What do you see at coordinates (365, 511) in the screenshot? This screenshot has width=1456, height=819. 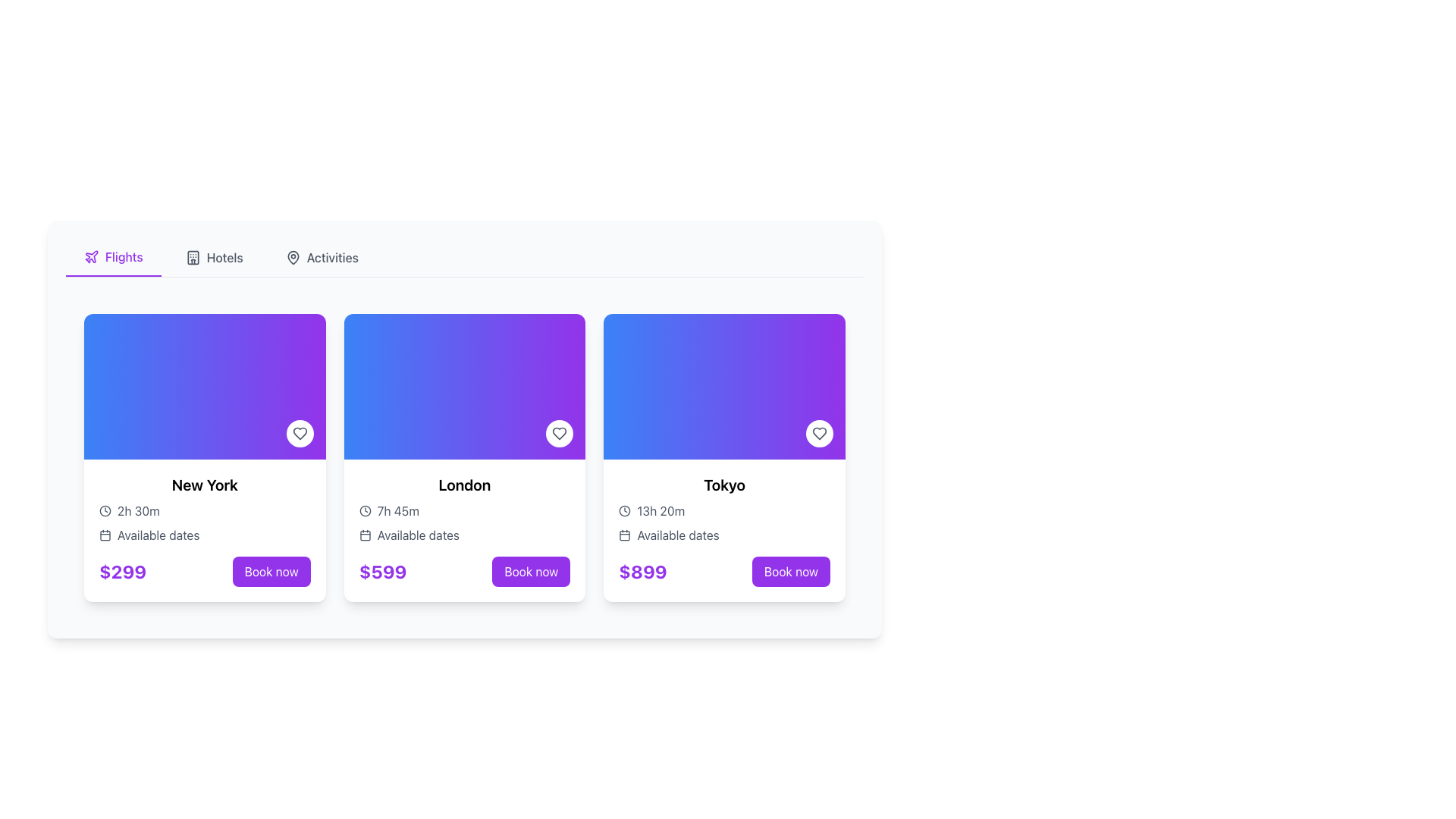 I see `the SVG circle element that is part of the clock icon representing the duration for the London trip, located in the middle of the London card` at bounding box center [365, 511].